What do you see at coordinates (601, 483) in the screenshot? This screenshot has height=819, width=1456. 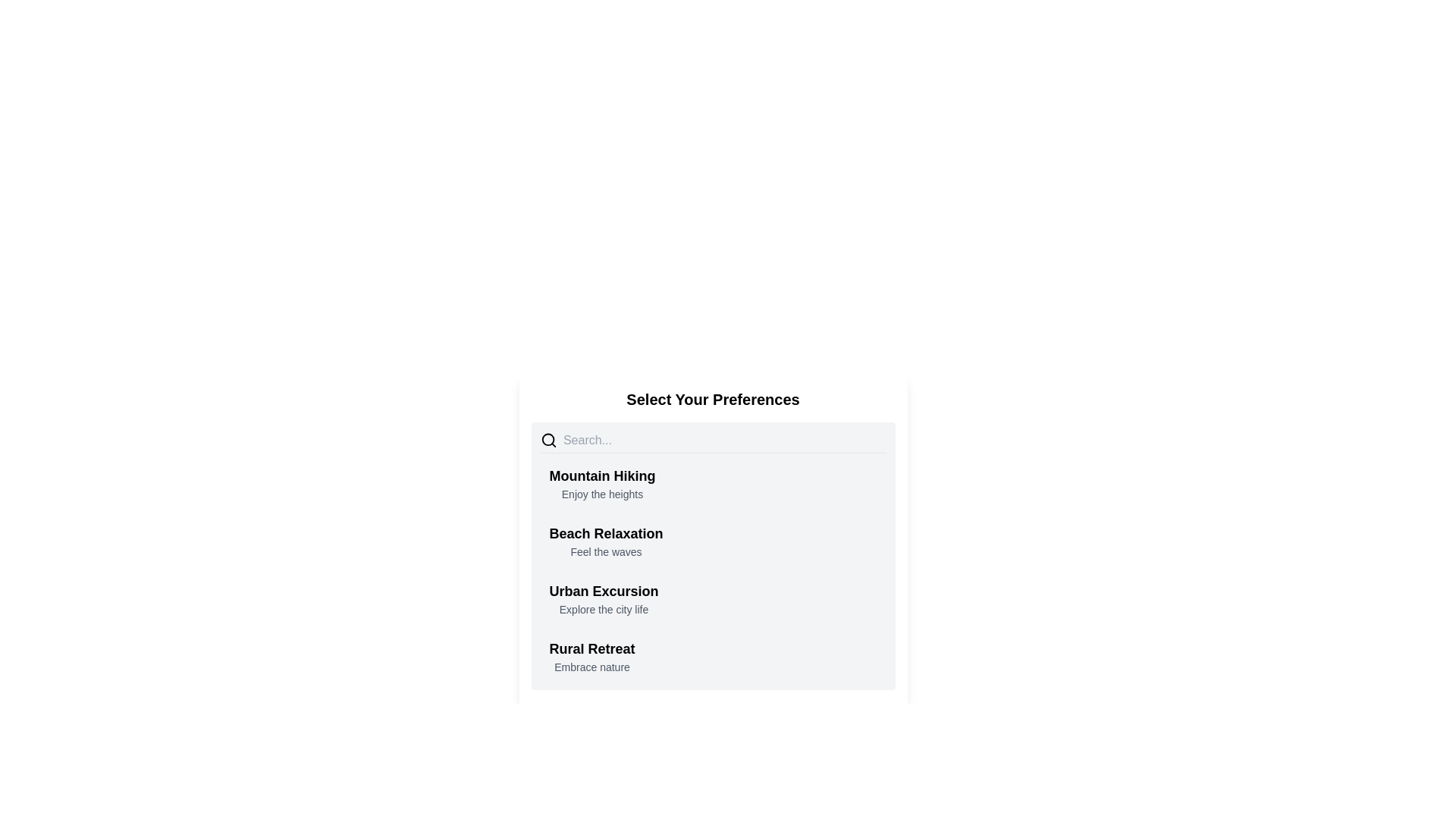 I see `the 'Mountain Hiking' informational display element` at bounding box center [601, 483].